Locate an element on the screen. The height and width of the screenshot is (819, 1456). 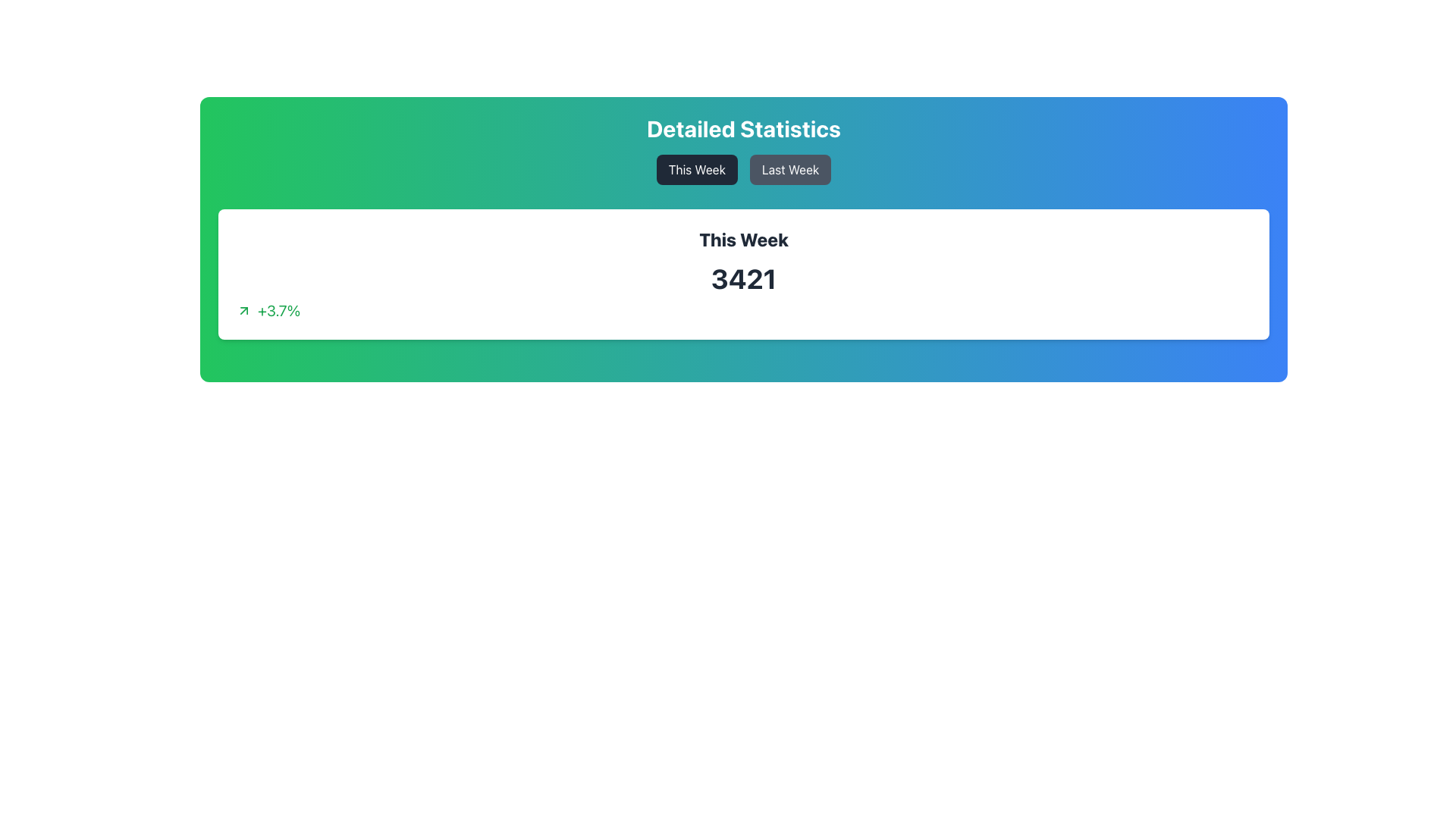
descriptive title or heading text located directly above the numeric value '3421' in the highlighted content area is located at coordinates (743, 239).